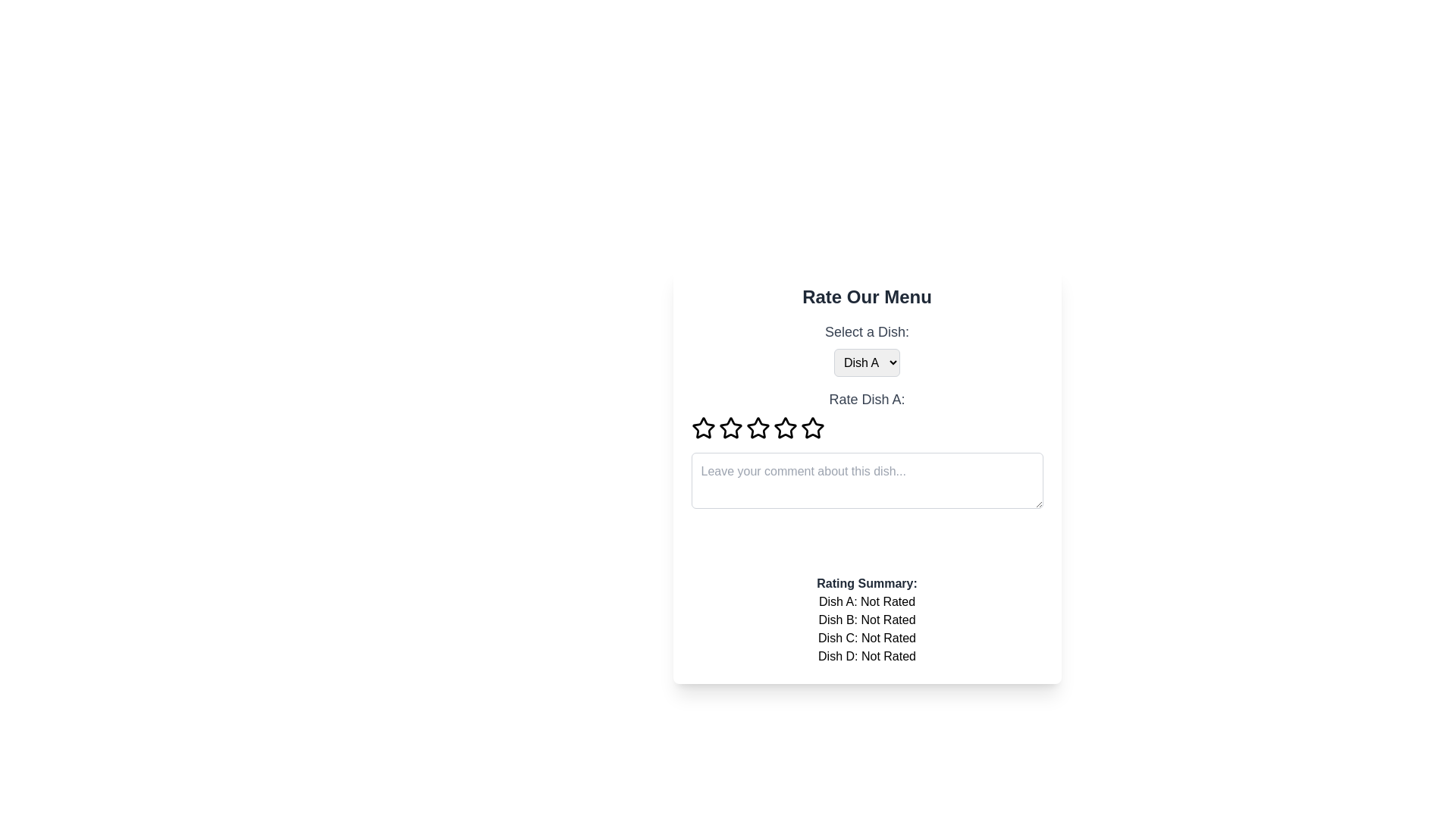  What do you see at coordinates (811, 428) in the screenshot?
I see `the fourth star-shaped rating icon beneath the 'Rate Dish A' heading` at bounding box center [811, 428].